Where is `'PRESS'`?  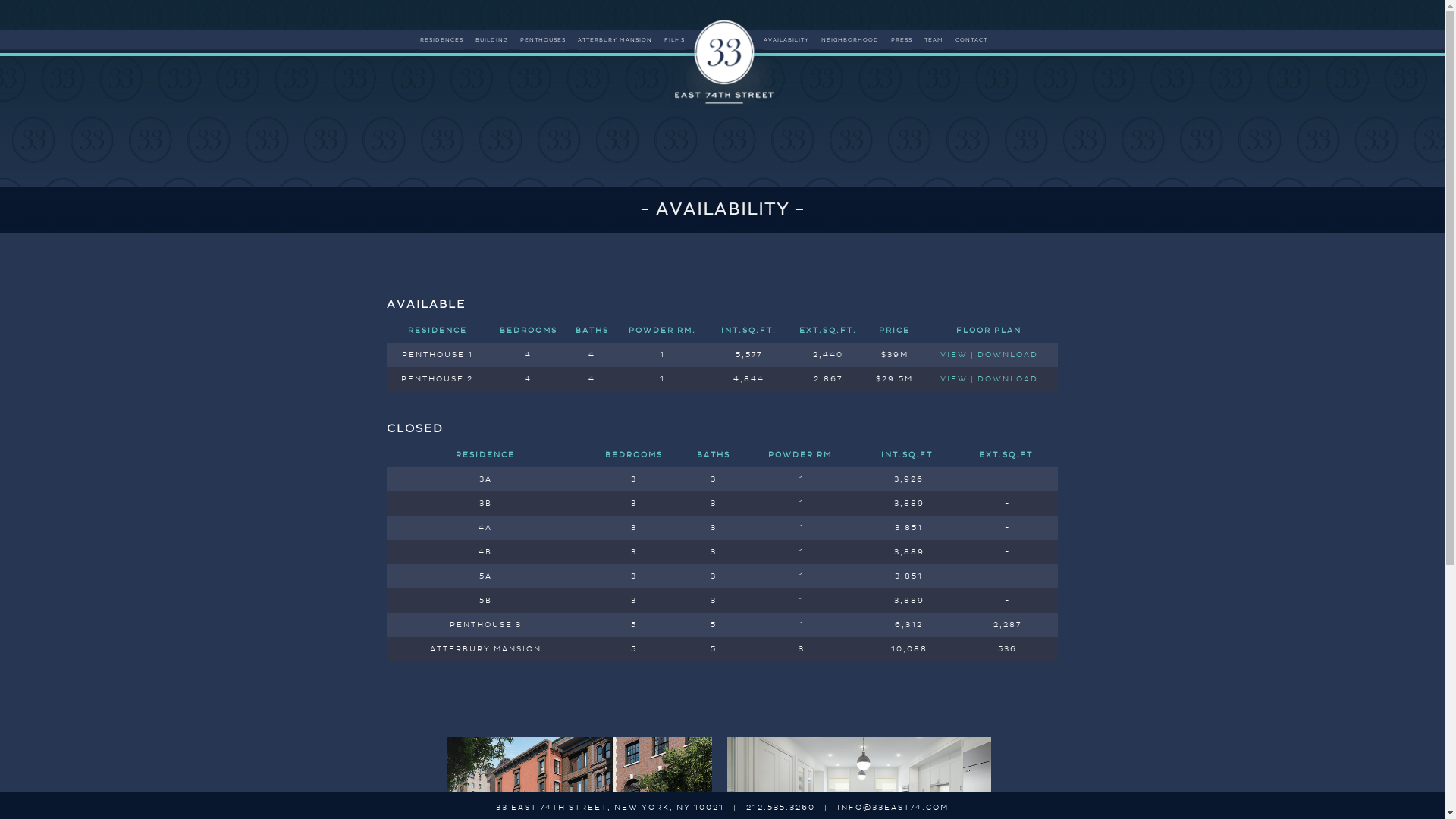 'PRESS' is located at coordinates (891, 39).